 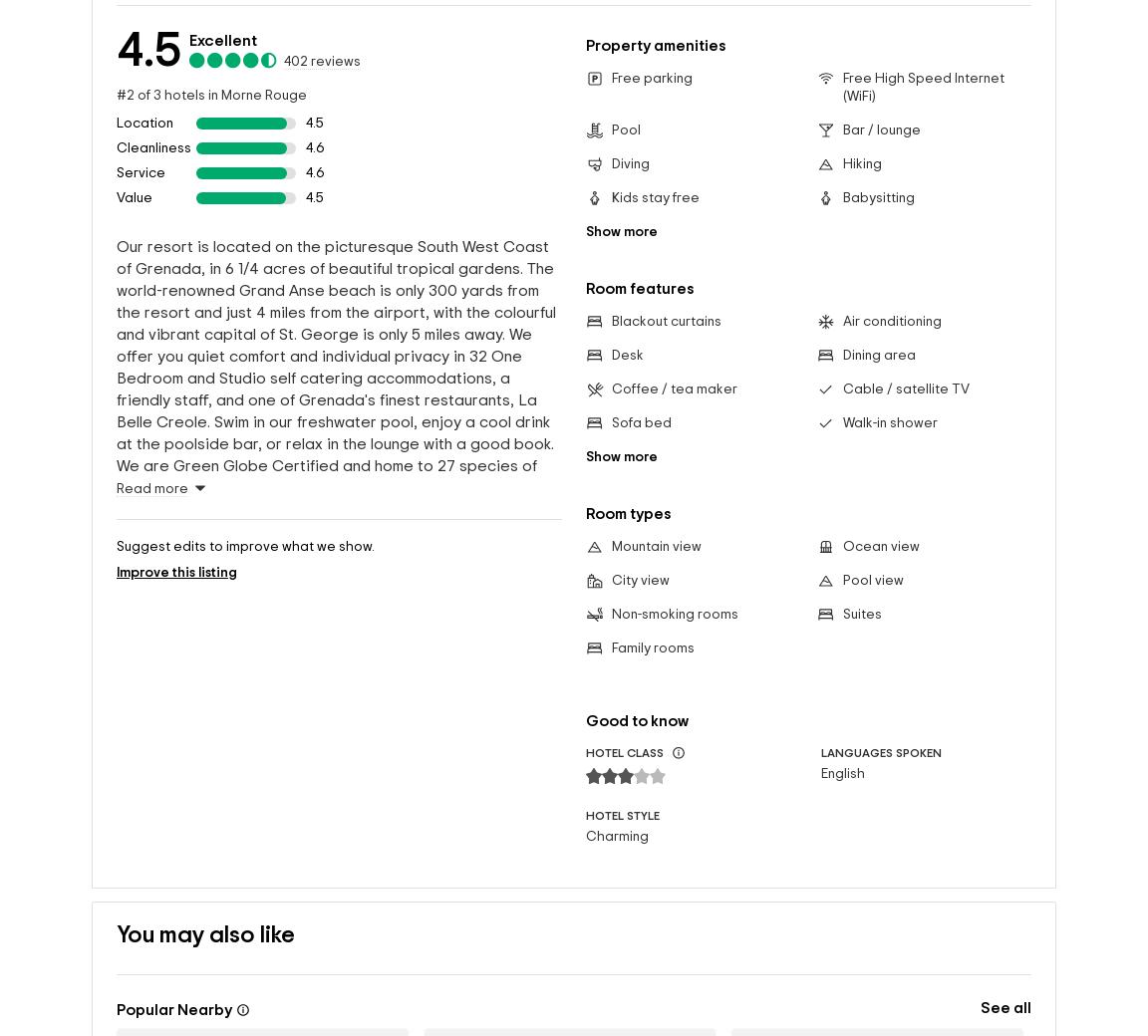 What do you see at coordinates (116, 935) in the screenshot?
I see `'You may also like'` at bounding box center [116, 935].